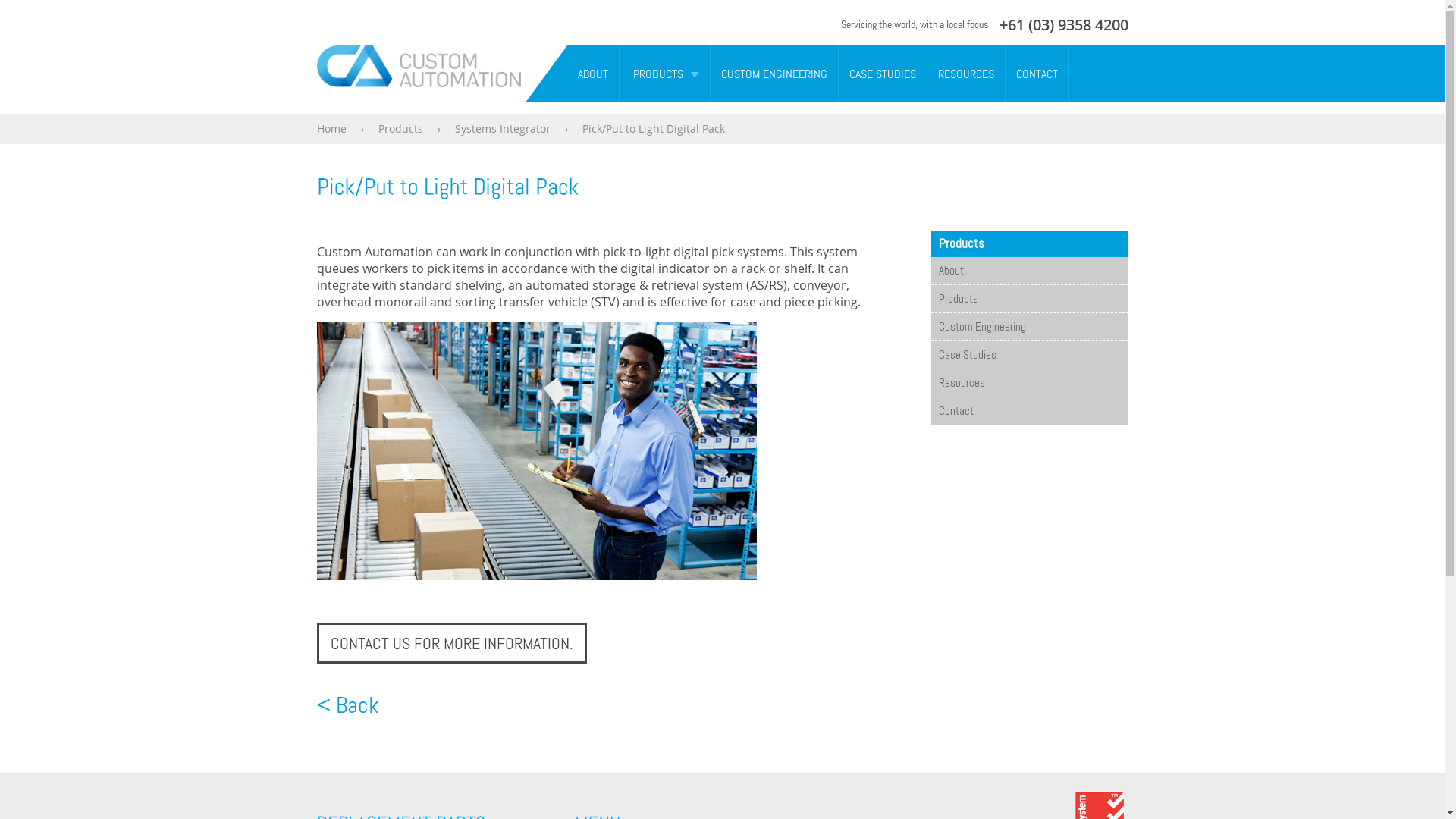  Describe the element at coordinates (964, 74) in the screenshot. I see `'RESOURCES'` at that location.